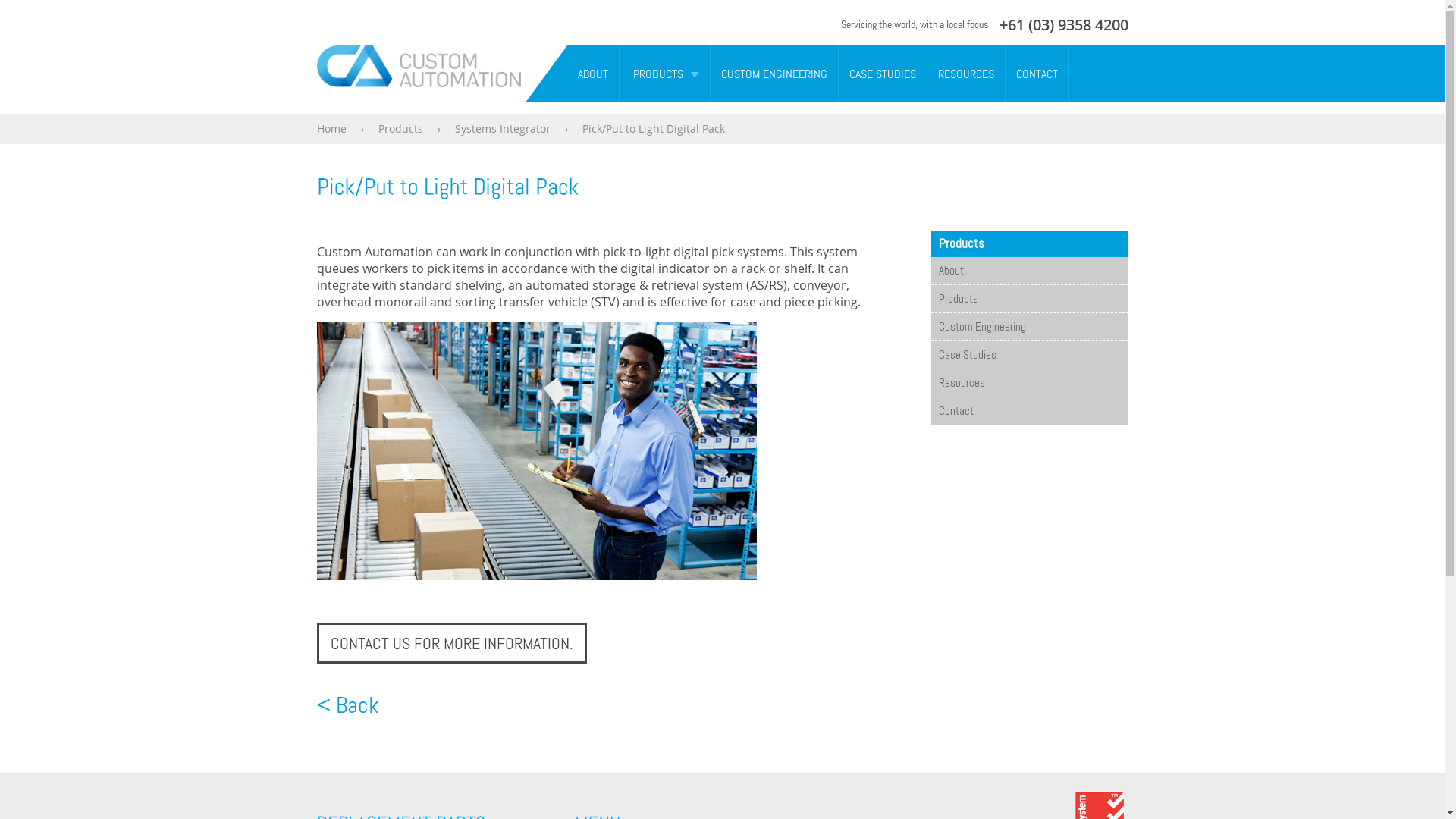  Describe the element at coordinates (964, 74) in the screenshot. I see `'RESOURCES'` at that location.